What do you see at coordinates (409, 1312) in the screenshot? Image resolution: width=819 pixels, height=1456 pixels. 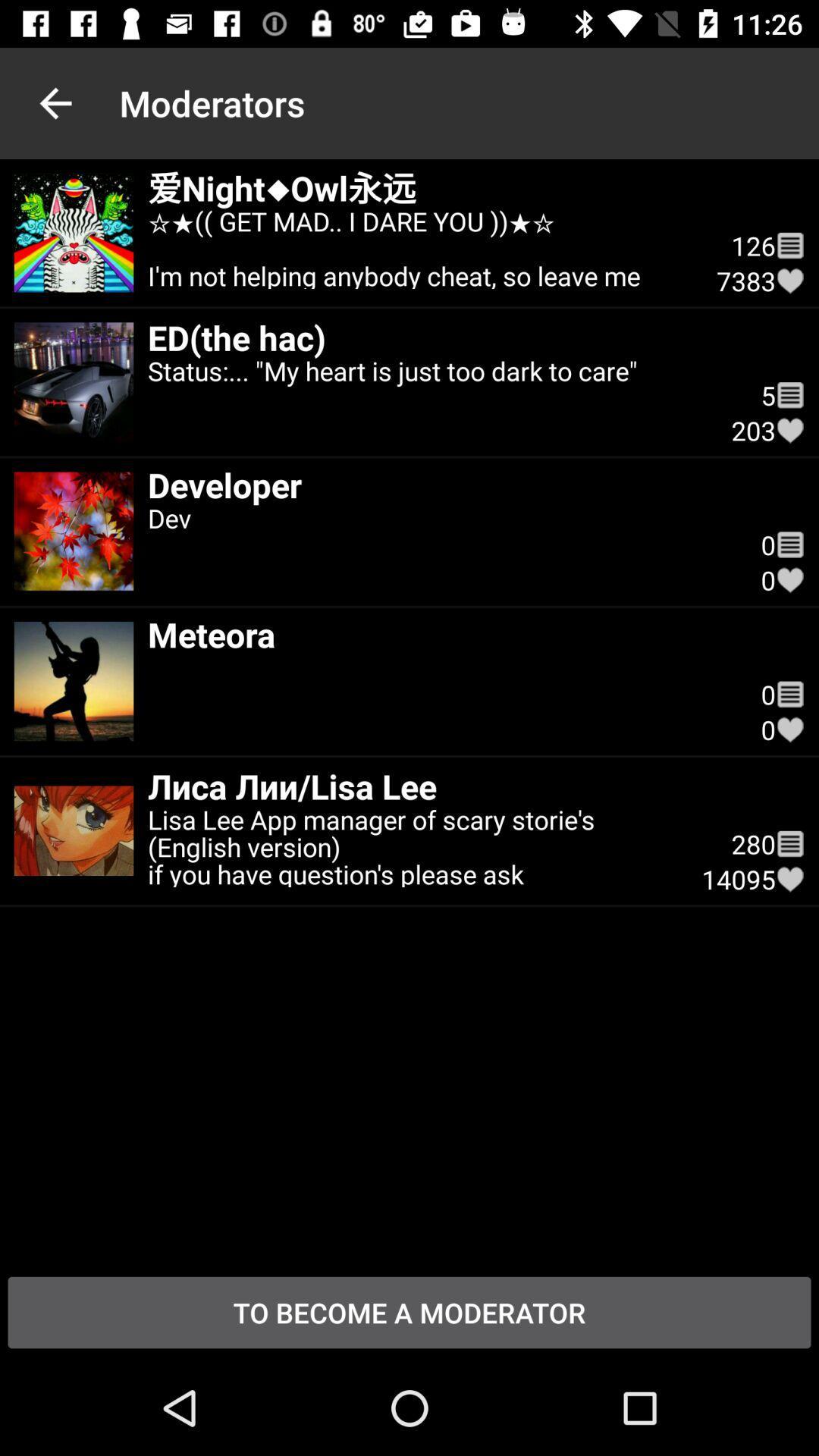 I see `the icon below the 14095` at bounding box center [409, 1312].